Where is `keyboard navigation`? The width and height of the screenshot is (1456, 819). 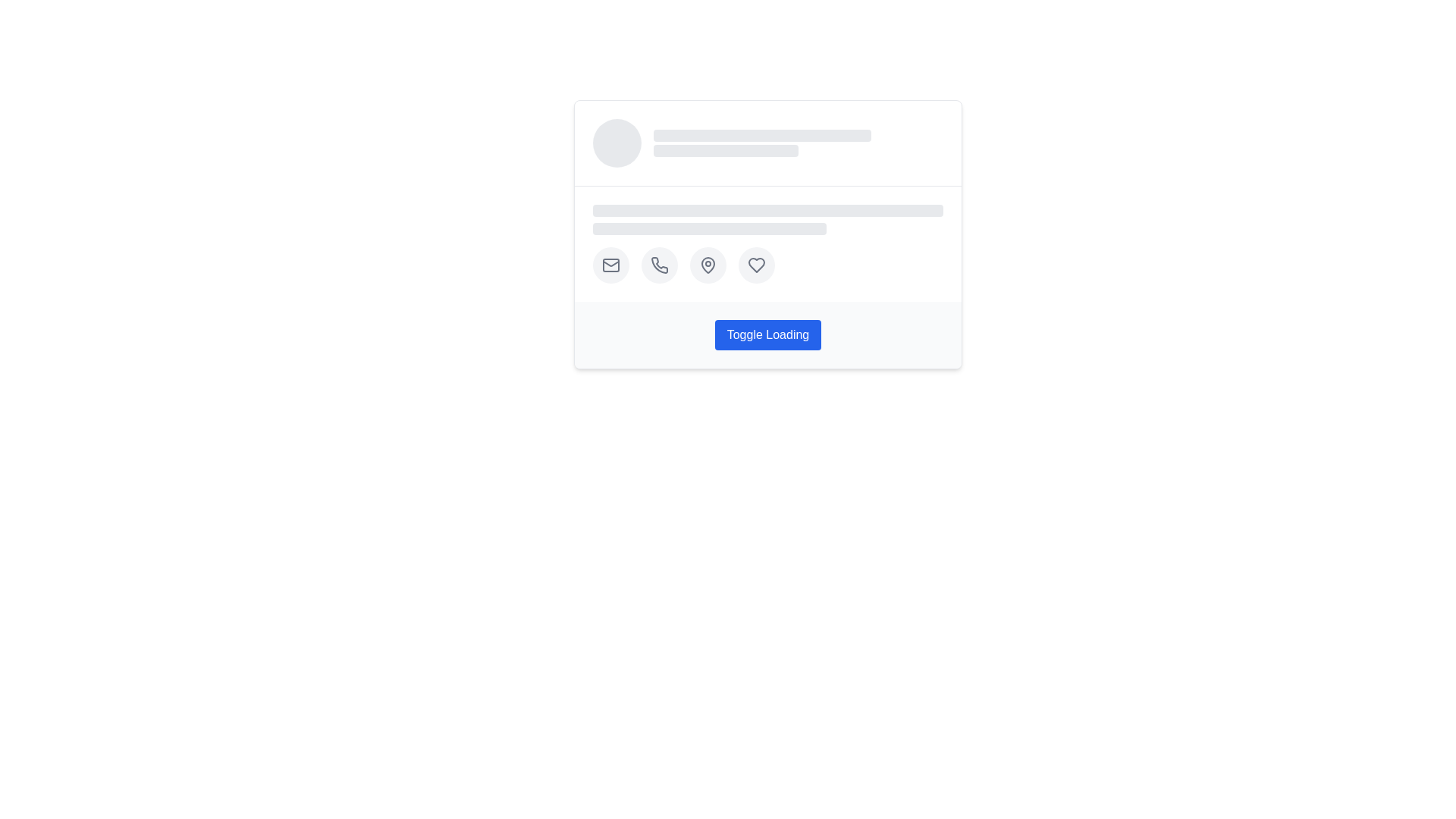 keyboard navigation is located at coordinates (659, 265).